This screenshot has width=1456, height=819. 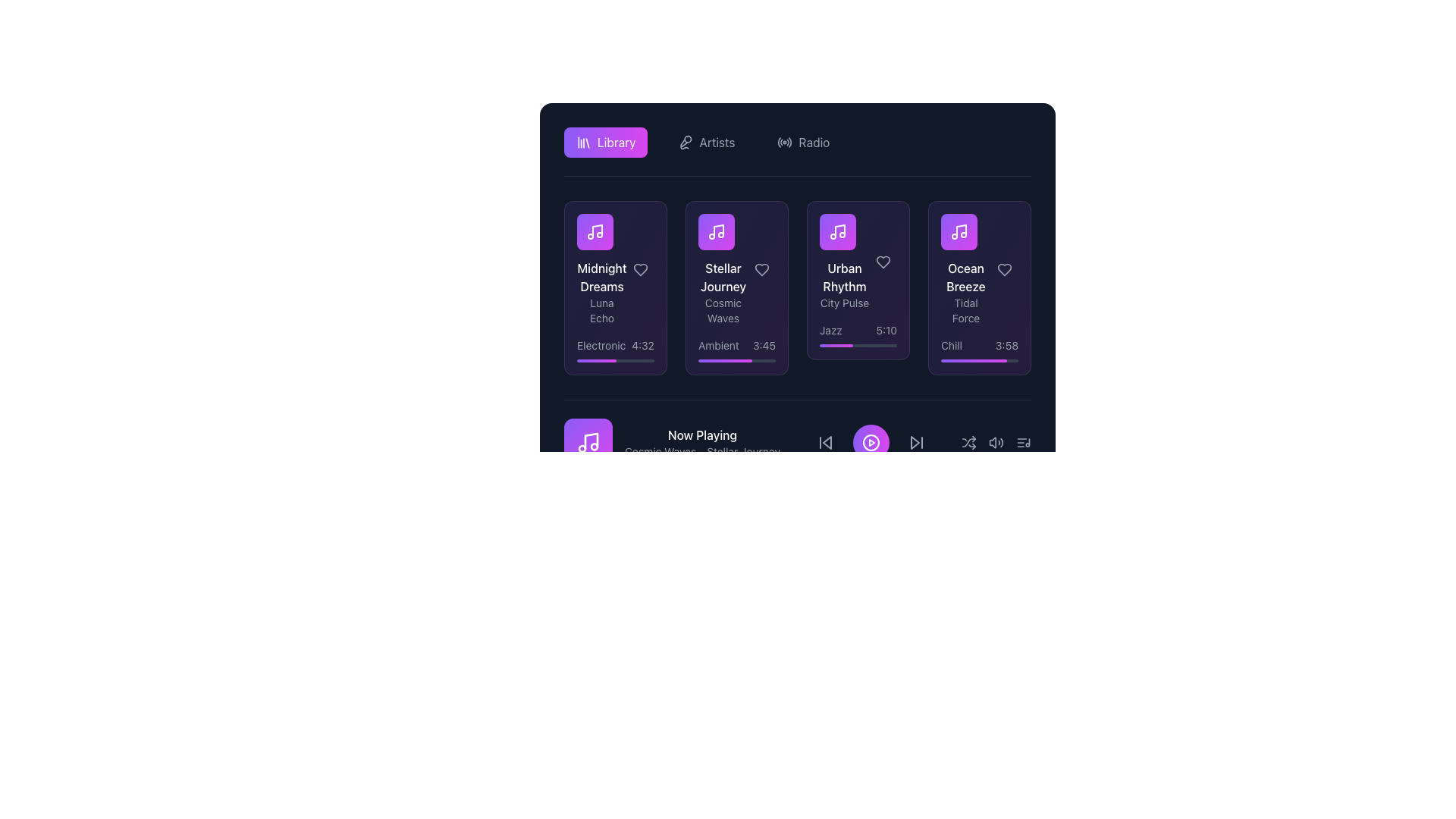 I want to click on text content of the label displaying 'Electronic' in light-gray font within the dark-themed music library interface, so click(x=601, y=345).